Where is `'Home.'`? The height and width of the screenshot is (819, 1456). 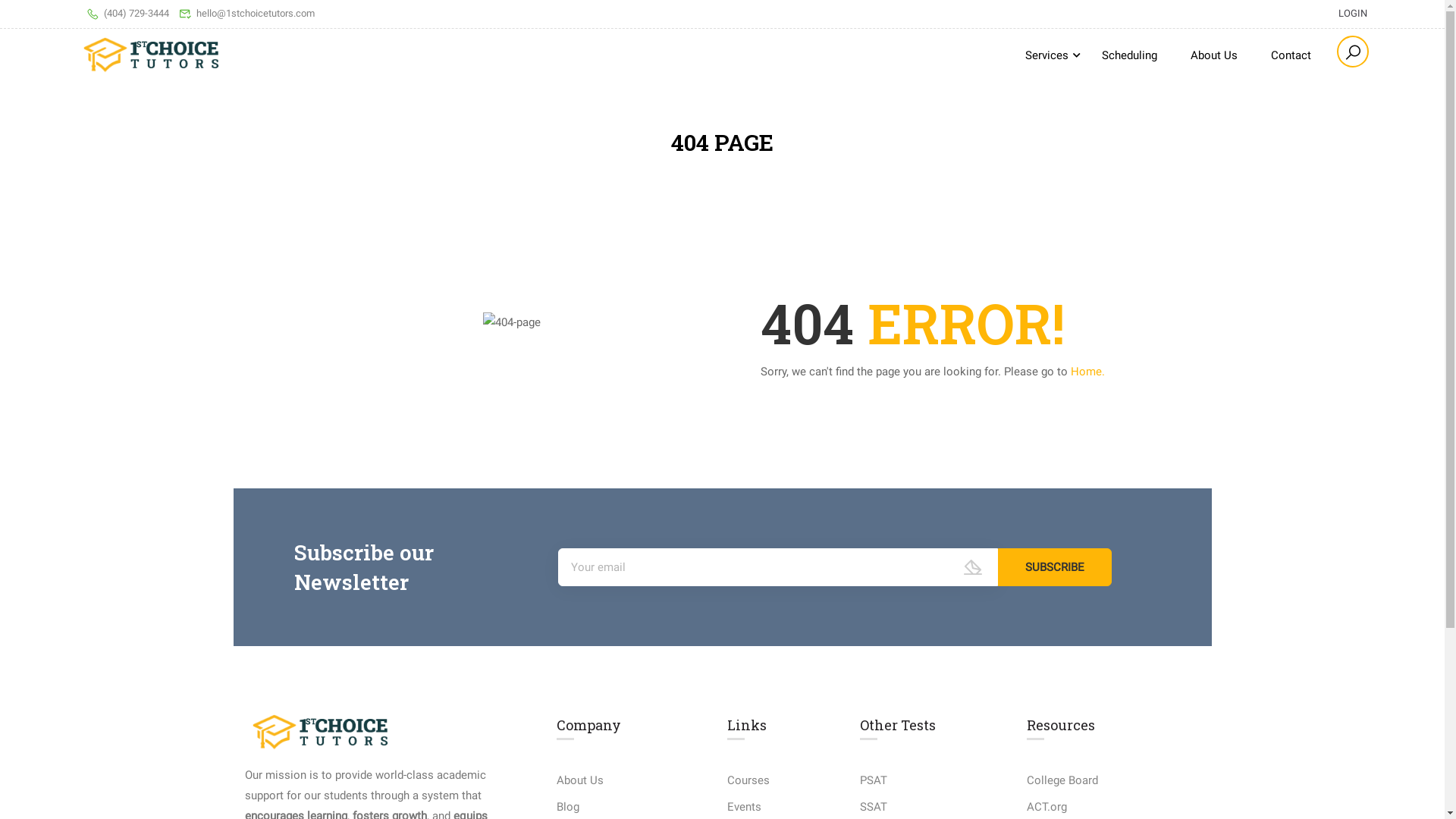
'Home.' is located at coordinates (1087, 371).